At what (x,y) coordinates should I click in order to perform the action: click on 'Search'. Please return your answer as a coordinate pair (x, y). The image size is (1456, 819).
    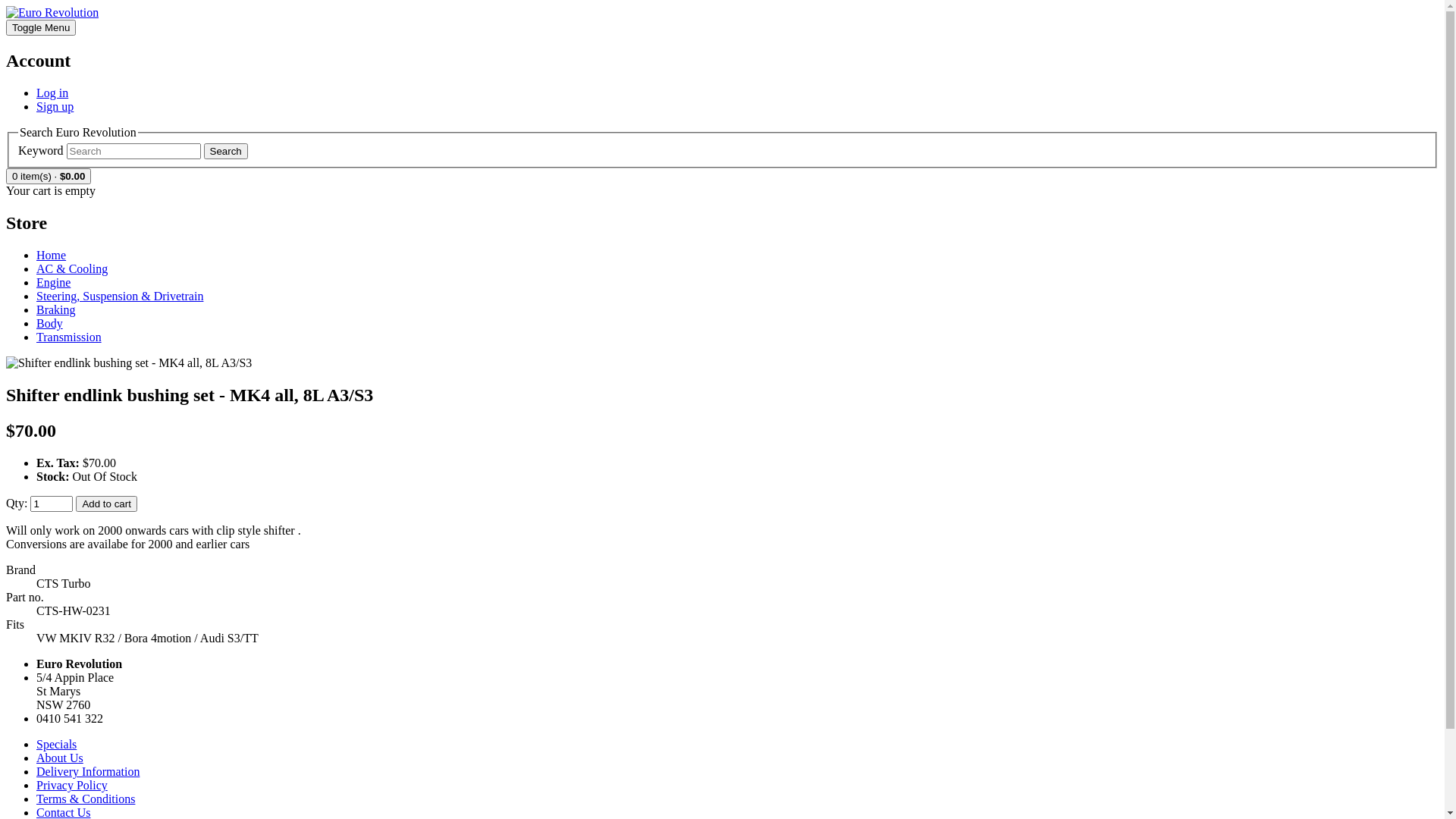
    Looking at the image, I should click on (202, 151).